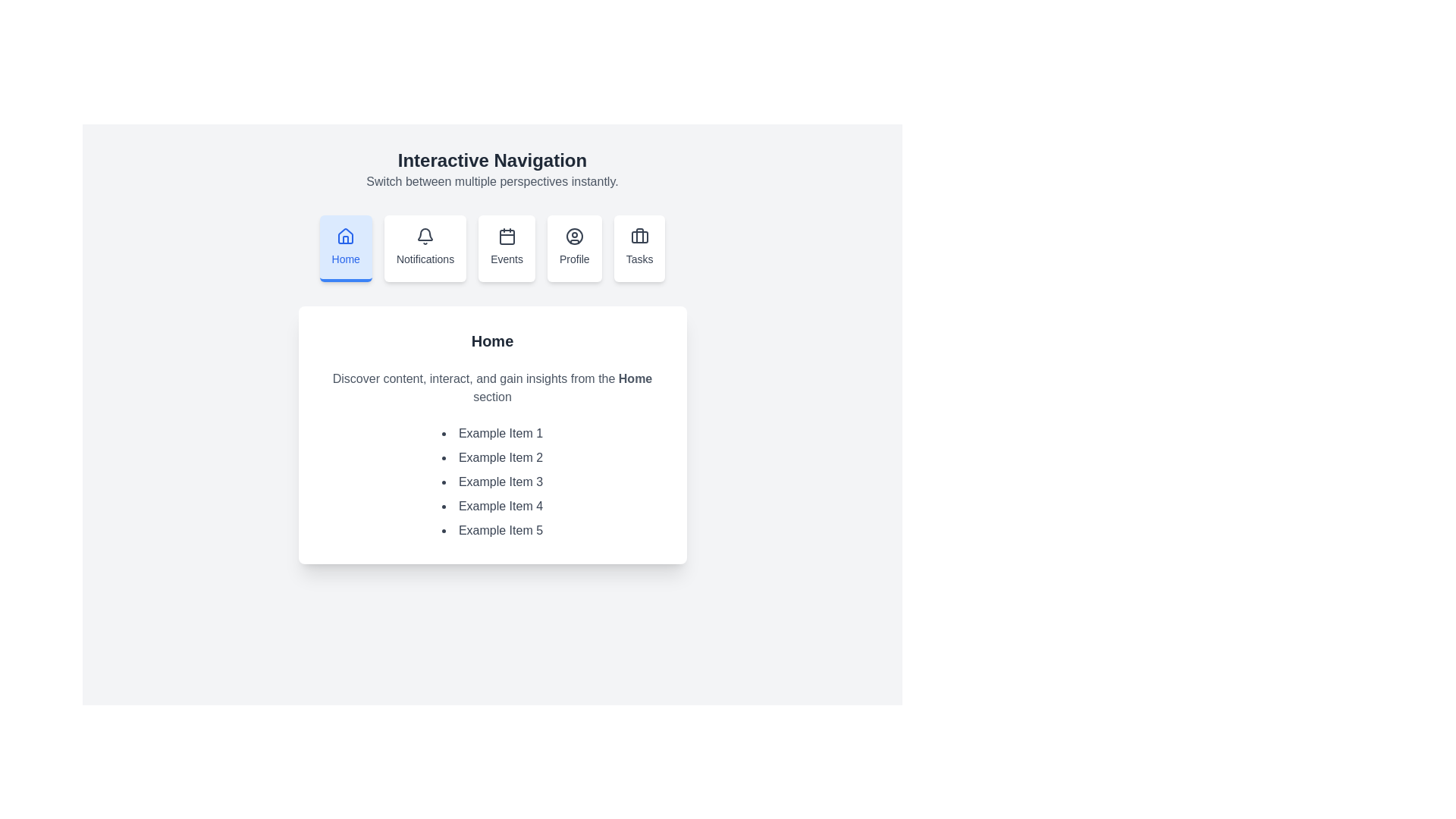 Image resolution: width=1456 pixels, height=819 pixels. Describe the element at coordinates (492, 247) in the screenshot. I see `the individual navigation buttons in the navigation bar located centrally at the top of the interface` at that location.